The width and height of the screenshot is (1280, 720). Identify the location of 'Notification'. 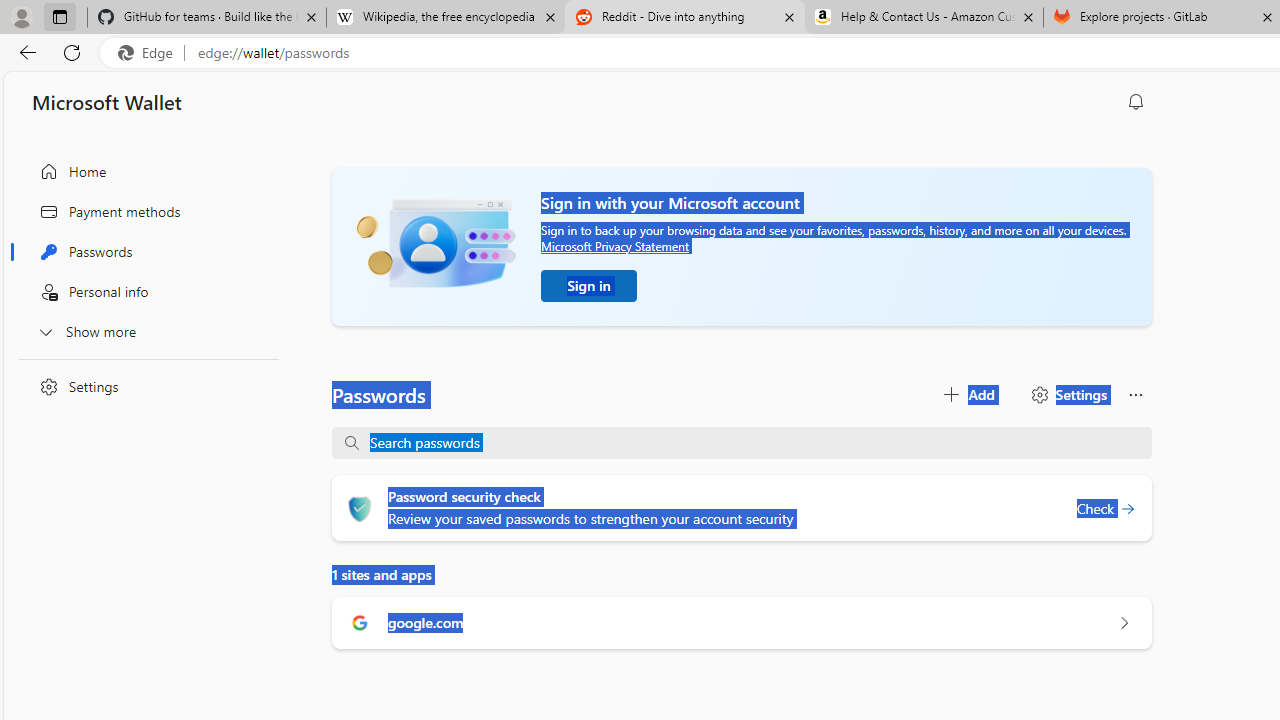
(1136, 101).